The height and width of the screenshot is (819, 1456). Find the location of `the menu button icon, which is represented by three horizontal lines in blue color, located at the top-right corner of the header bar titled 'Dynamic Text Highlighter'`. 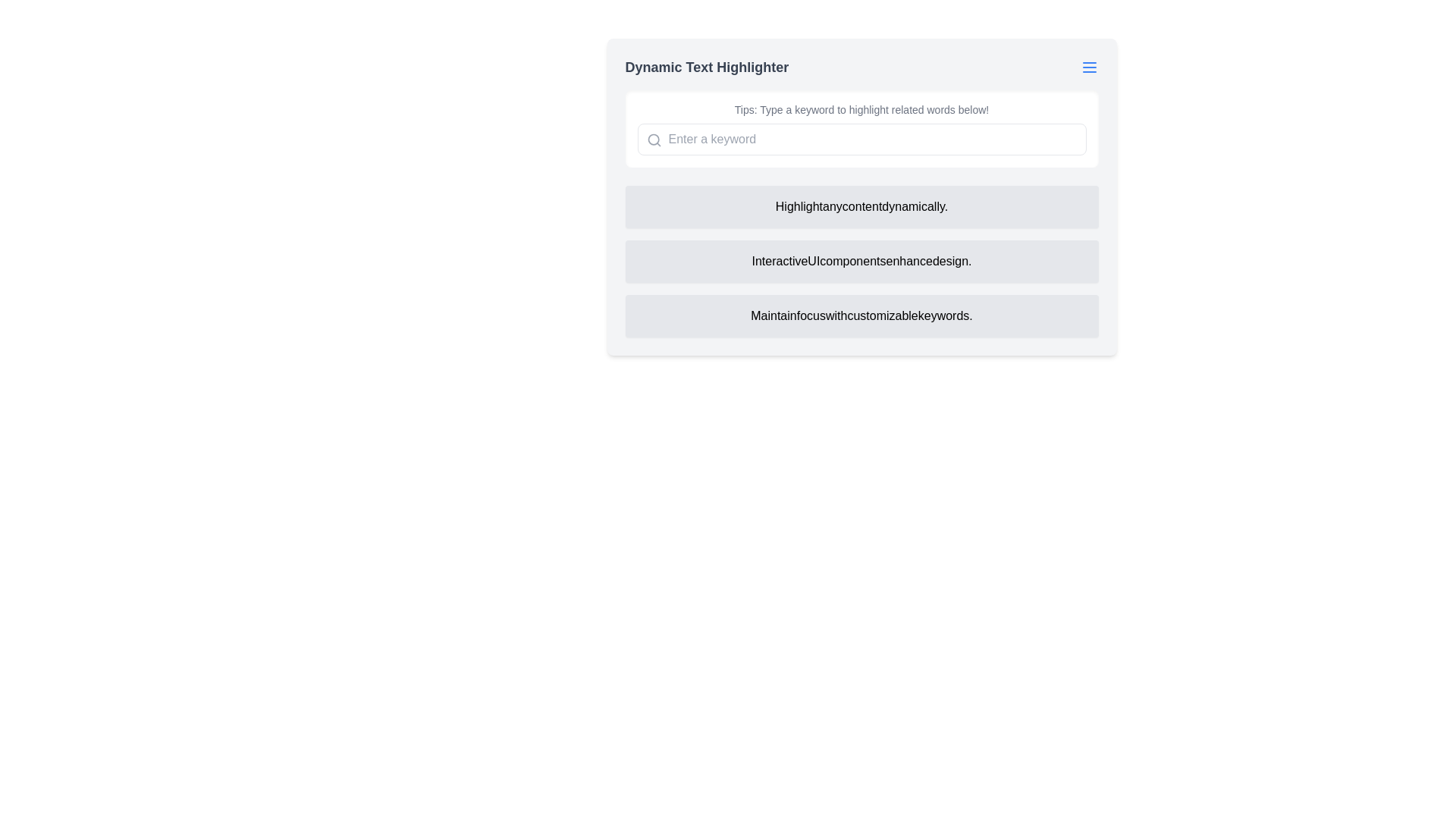

the menu button icon, which is represented by three horizontal lines in blue color, located at the top-right corner of the header bar titled 'Dynamic Text Highlighter' is located at coordinates (1088, 66).